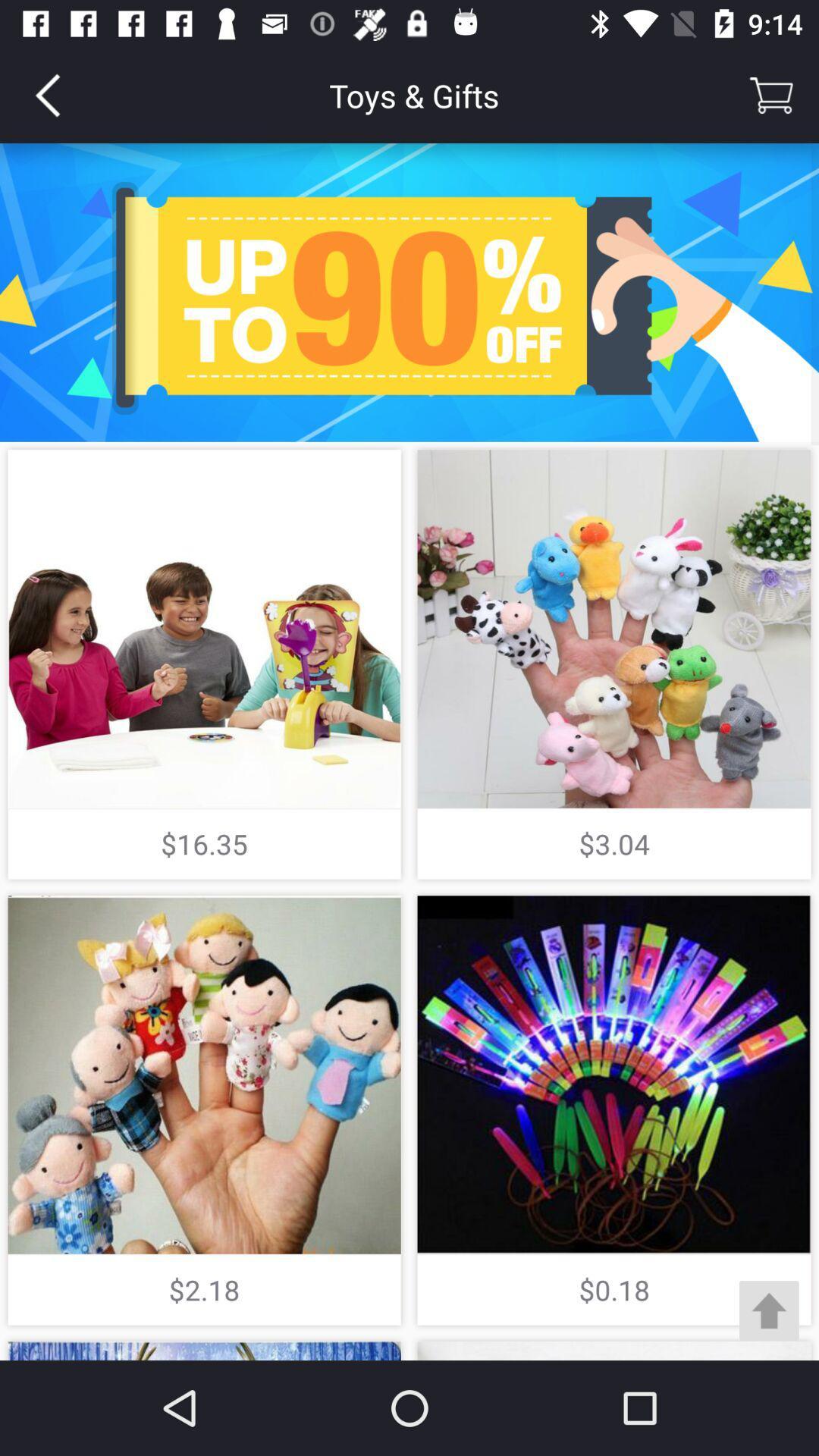 Image resolution: width=819 pixels, height=1456 pixels. I want to click on the icon next to the $2.18 item, so click(769, 1310).